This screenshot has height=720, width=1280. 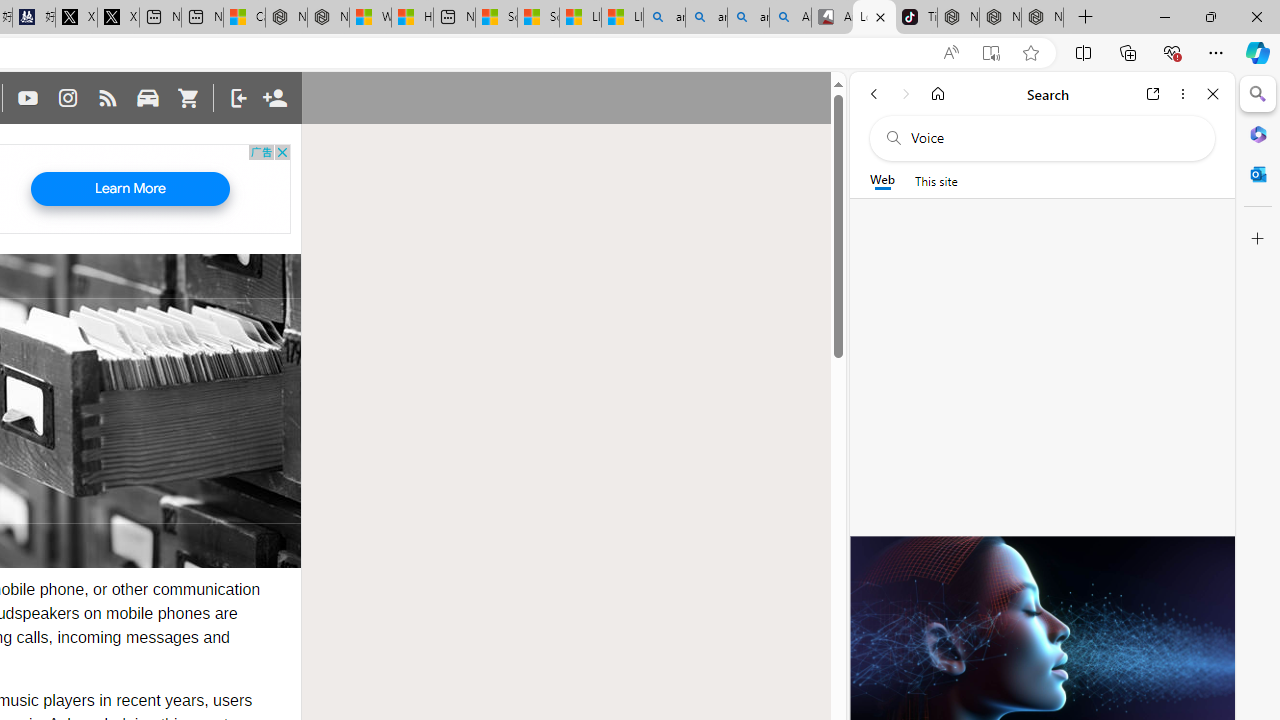 I want to click on 'Amazon Echo Robot - Search Images', so click(x=790, y=17).